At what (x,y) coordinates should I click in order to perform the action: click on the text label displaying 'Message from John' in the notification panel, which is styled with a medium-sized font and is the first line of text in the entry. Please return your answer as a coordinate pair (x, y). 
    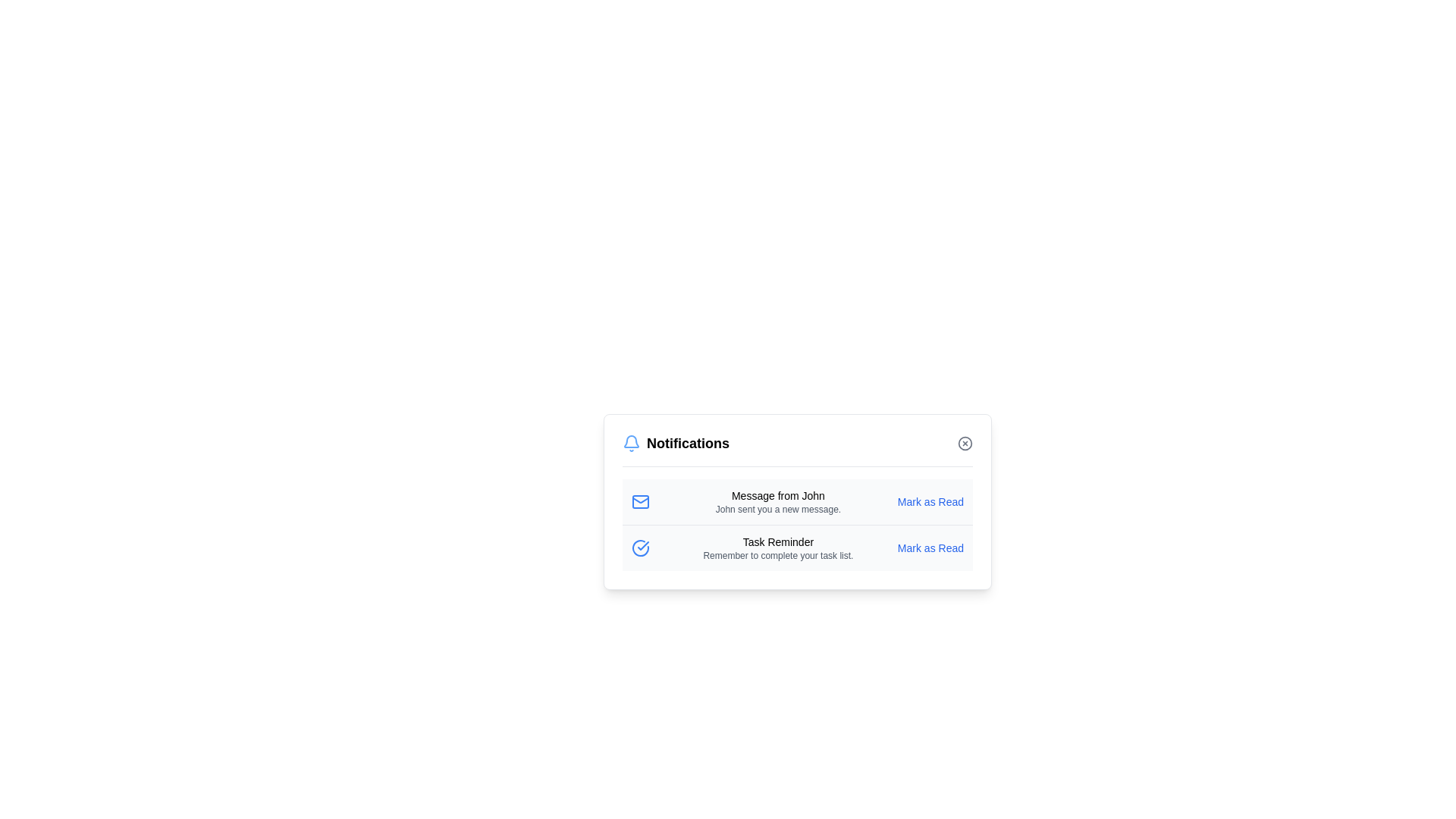
    Looking at the image, I should click on (778, 496).